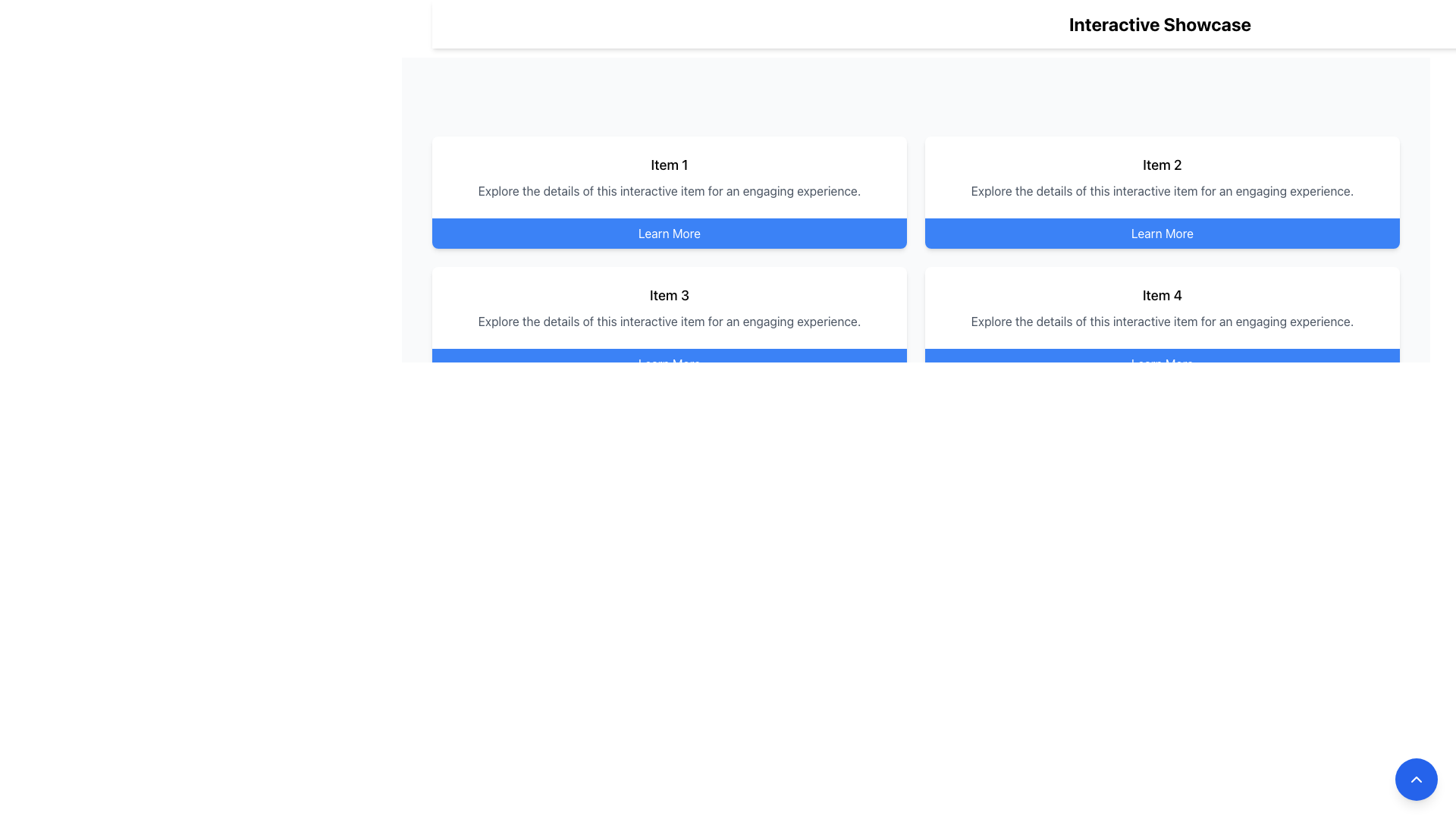 The image size is (1456, 819). I want to click on the button located at the bottom of the card representing 'Item 3', so click(669, 363).